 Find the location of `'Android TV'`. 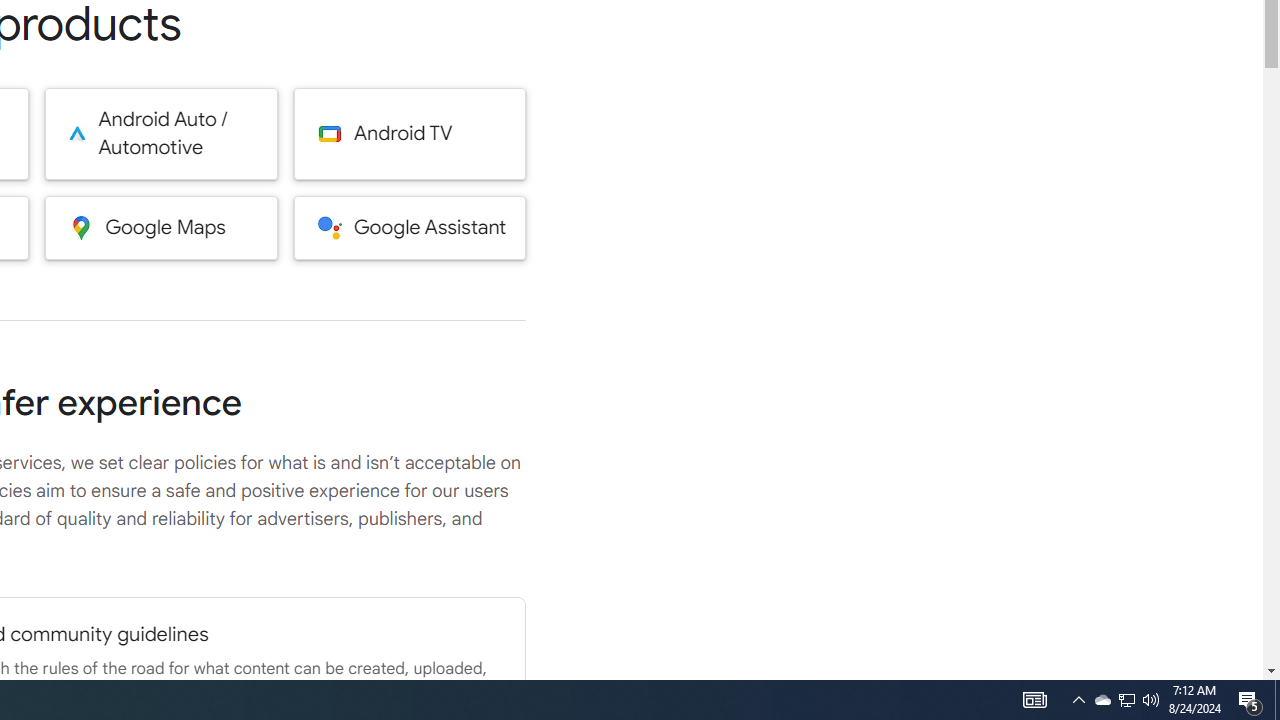

'Android TV' is located at coordinates (409, 133).